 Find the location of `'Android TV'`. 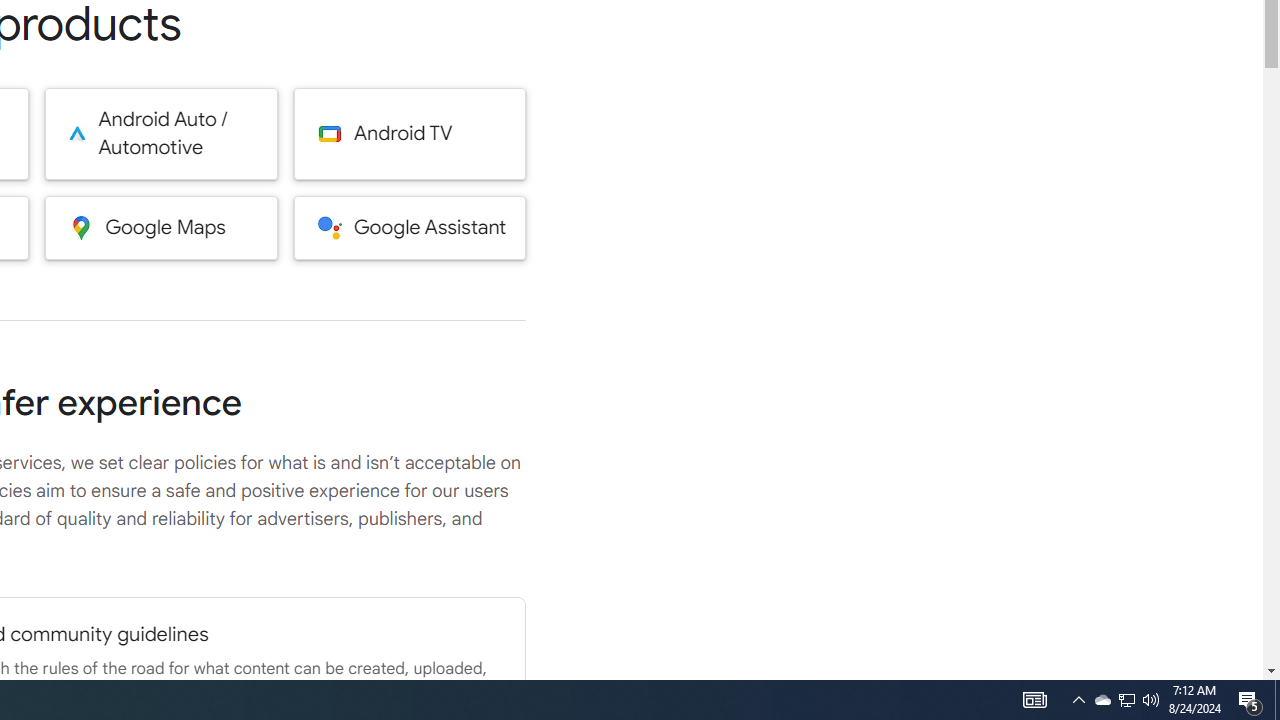

'Android TV' is located at coordinates (409, 133).